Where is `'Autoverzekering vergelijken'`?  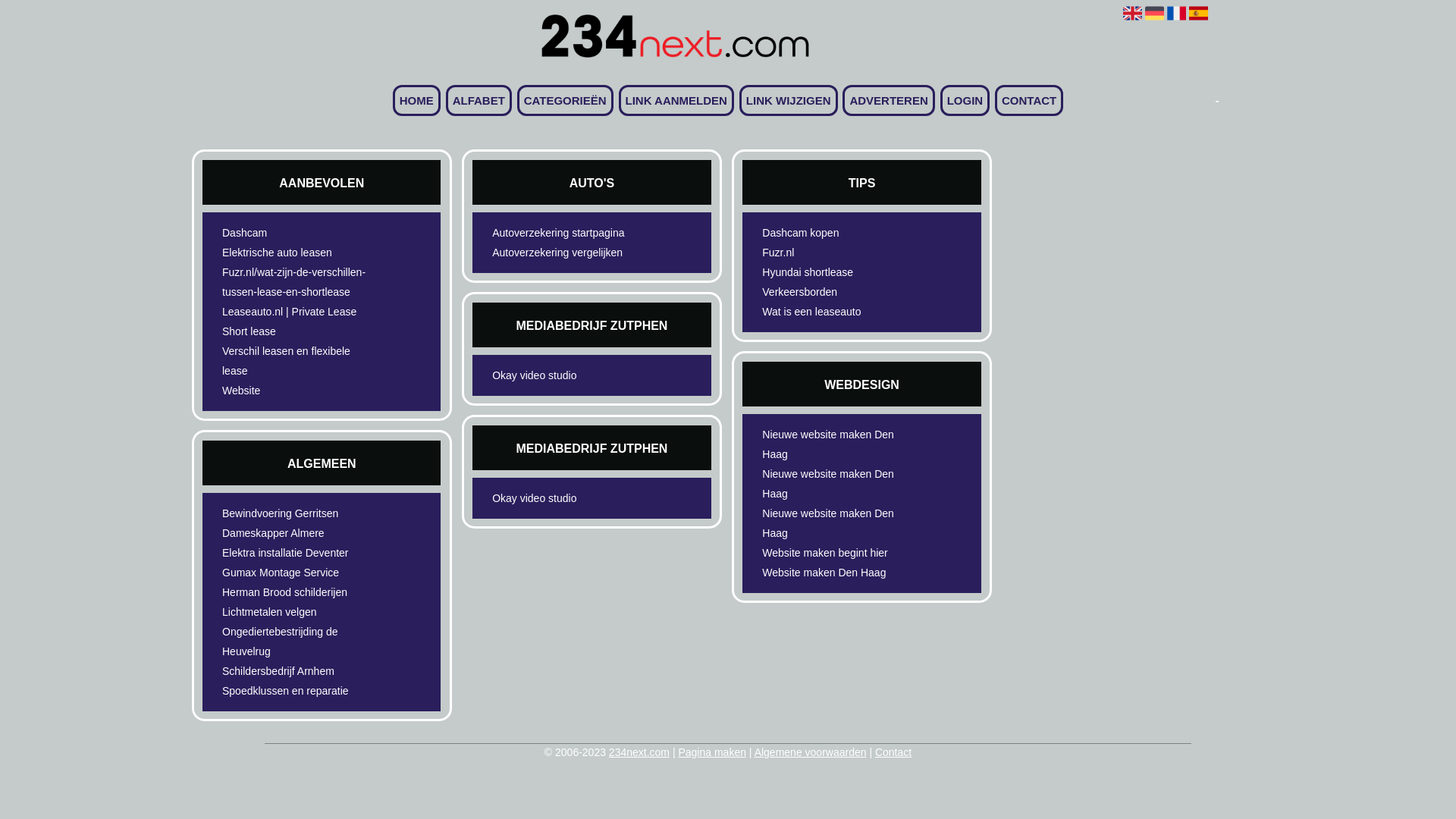
'Autoverzekering vergelijken' is located at coordinates (488, 251).